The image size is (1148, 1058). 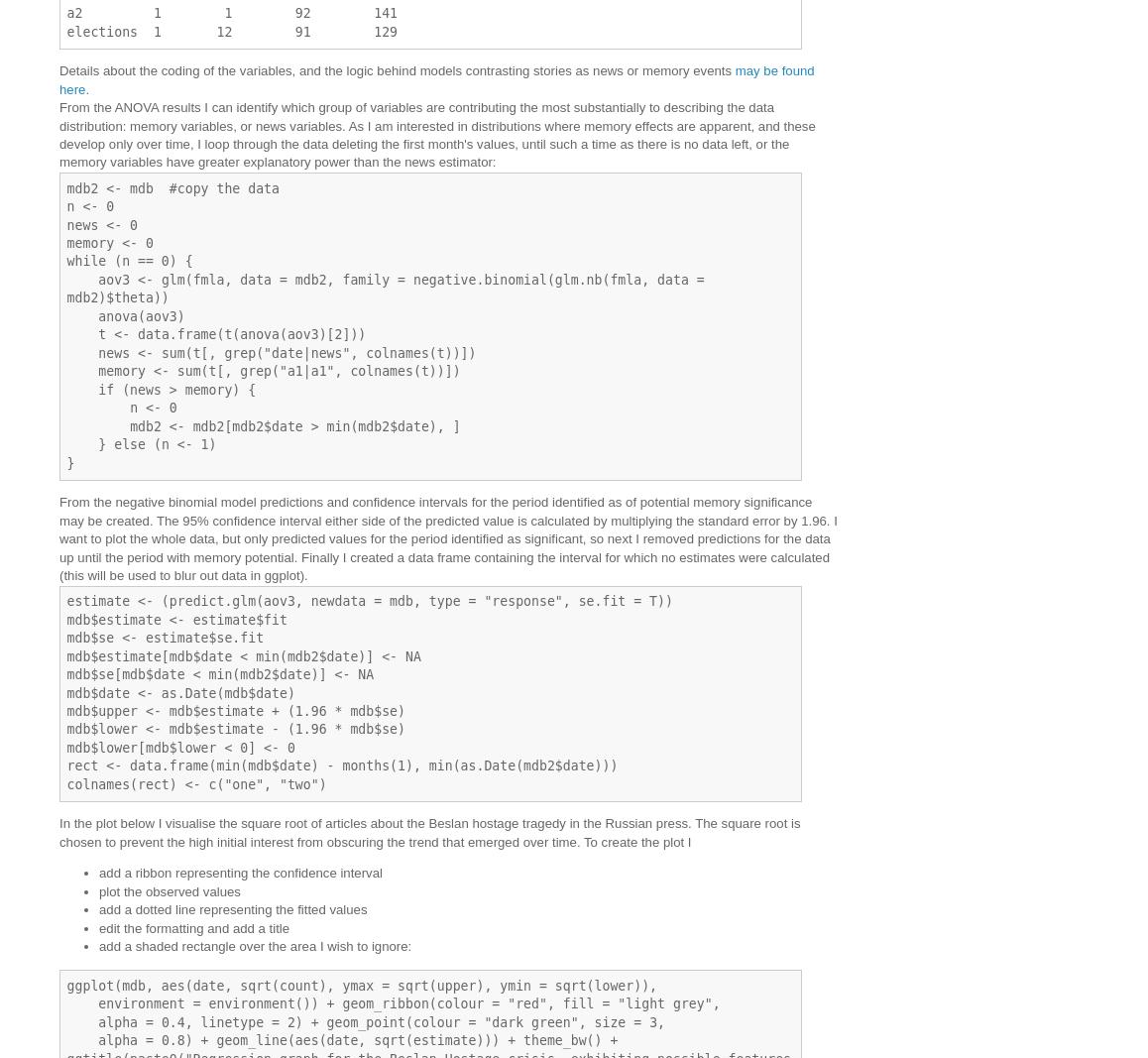 What do you see at coordinates (447, 538) in the screenshot?
I see `'From the negative binomial model predictions and confidence intervals for the period identified as of potential memory significance may be created. The 95% confidence interval either side of the predicted value is calculated by multiplying the standard error by 1.96. I want to plot the whole data, but only predicted values for the period identified as significant, so next I removed predictions for the data up until the period with memory potential. Finally I created a data frame containing the interval for which no estimates were calculated (this will be used to blur out data in ggplot).'` at bounding box center [447, 538].